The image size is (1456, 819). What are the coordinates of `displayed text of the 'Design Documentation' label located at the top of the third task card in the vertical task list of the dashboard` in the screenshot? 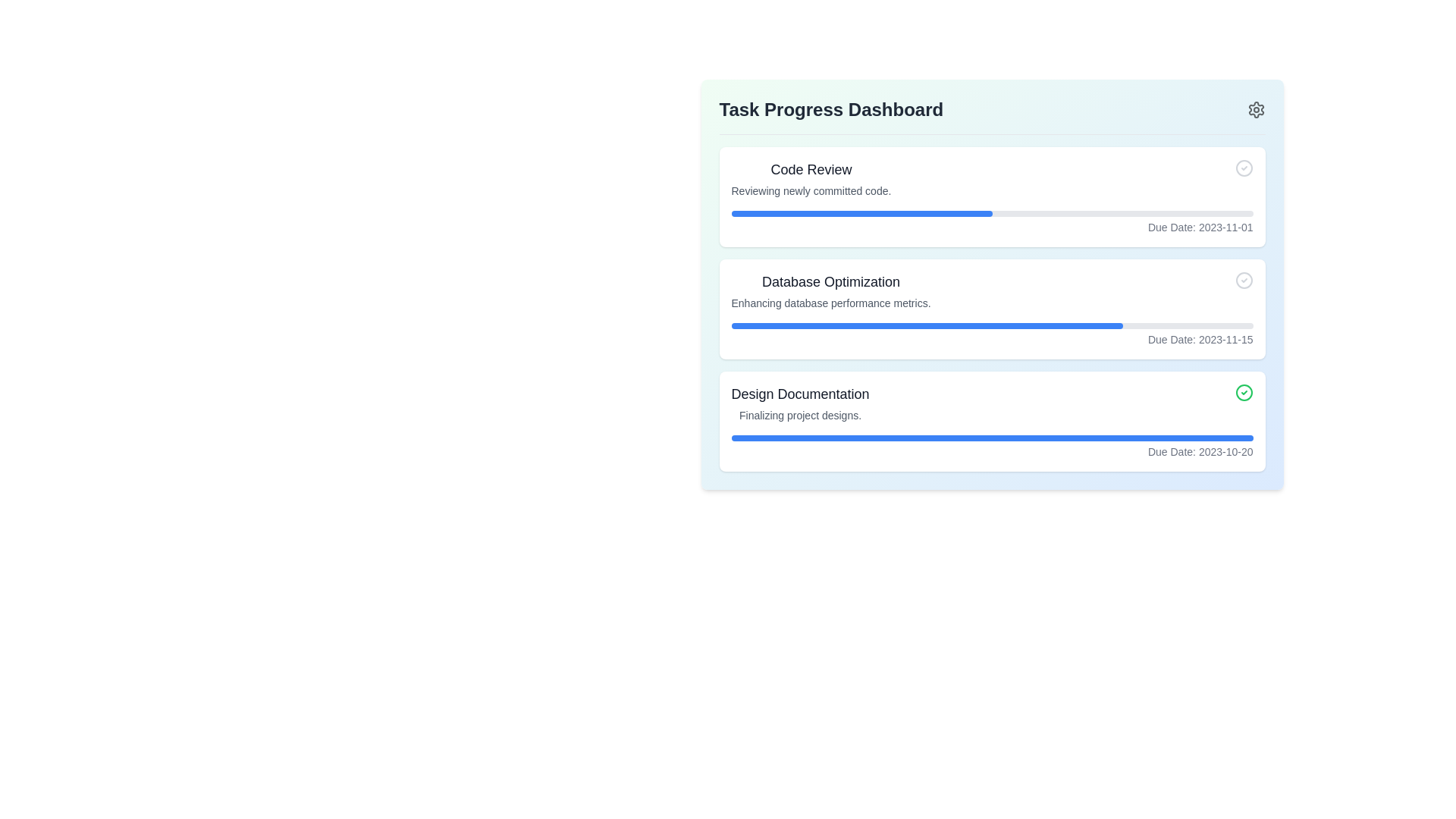 It's located at (799, 394).